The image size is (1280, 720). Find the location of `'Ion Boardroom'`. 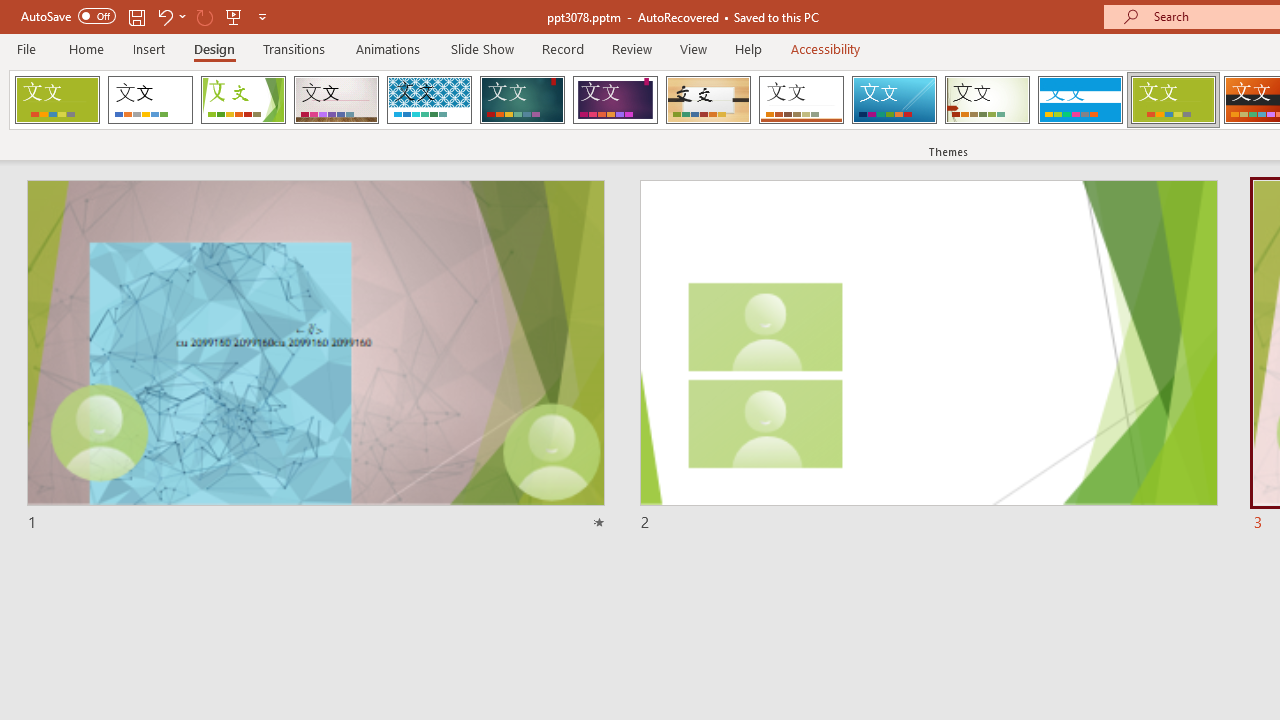

'Ion Boardroom' is located at coordinates (614, 100).